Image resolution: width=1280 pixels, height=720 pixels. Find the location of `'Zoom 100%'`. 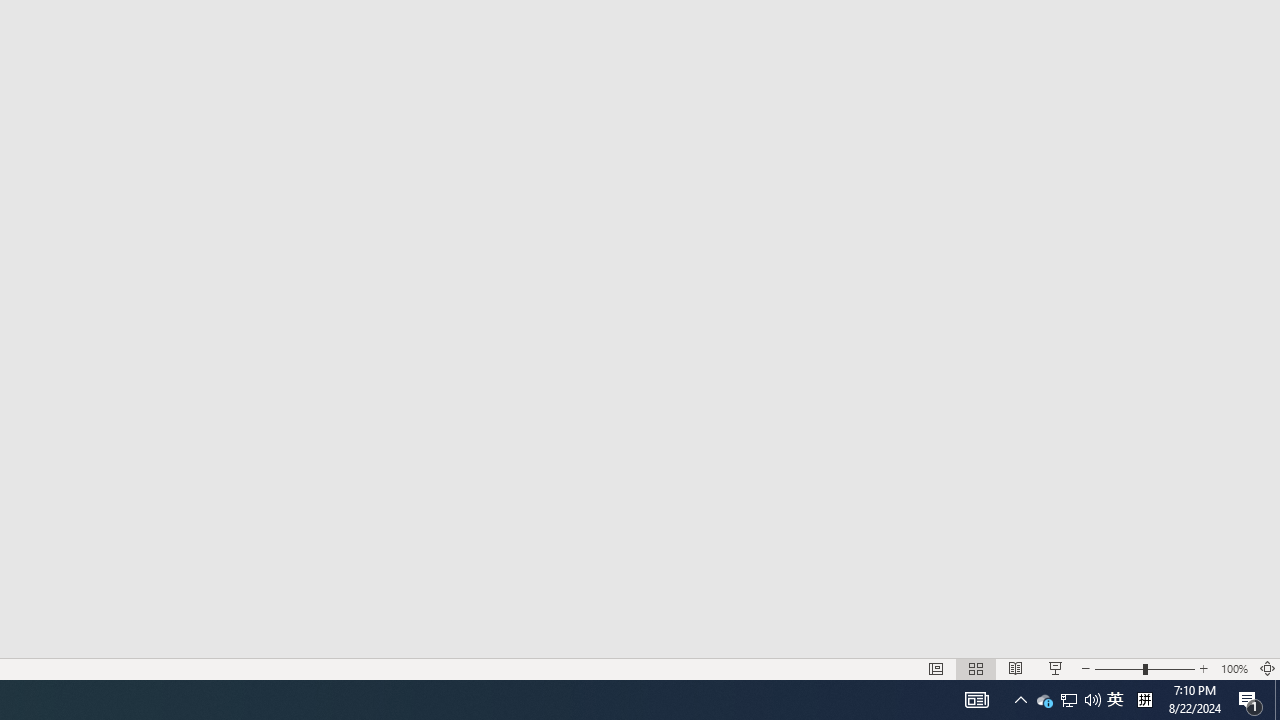

'Zoom 100%' is located at coordinates (1233, 669).